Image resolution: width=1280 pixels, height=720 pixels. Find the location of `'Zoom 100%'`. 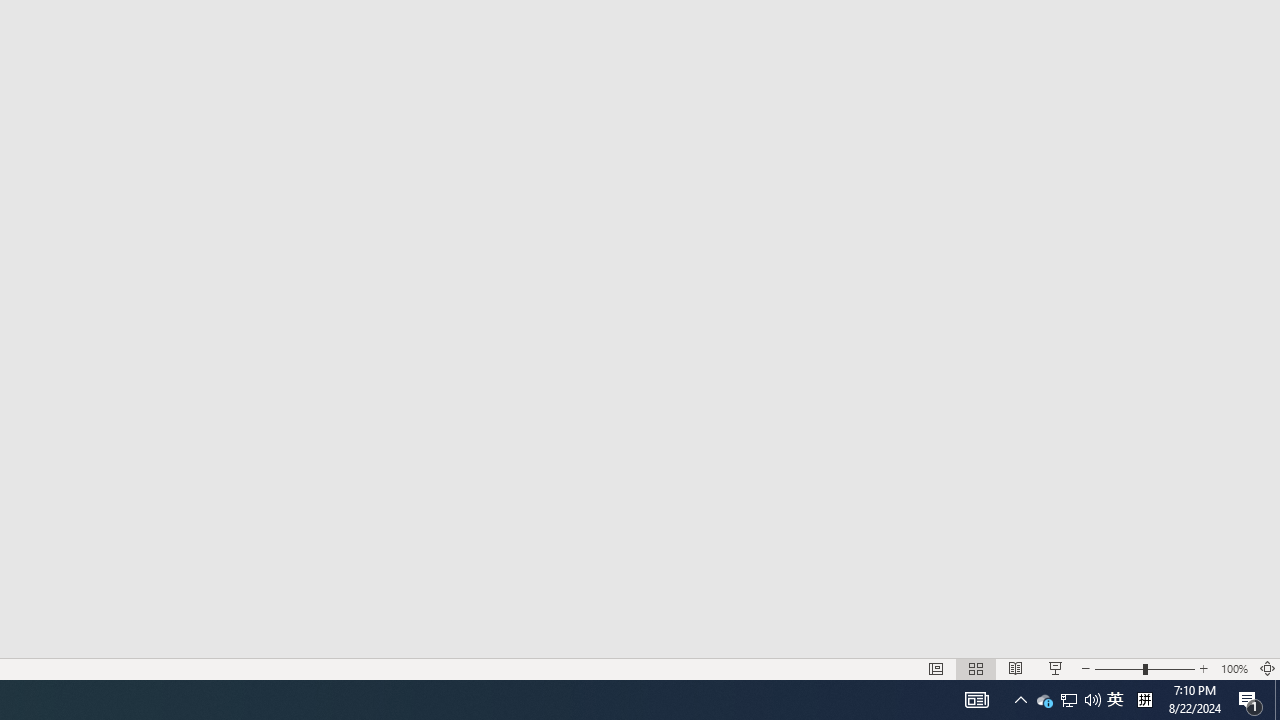

'Zoom 100%' is located at coordinates (1233, 669).